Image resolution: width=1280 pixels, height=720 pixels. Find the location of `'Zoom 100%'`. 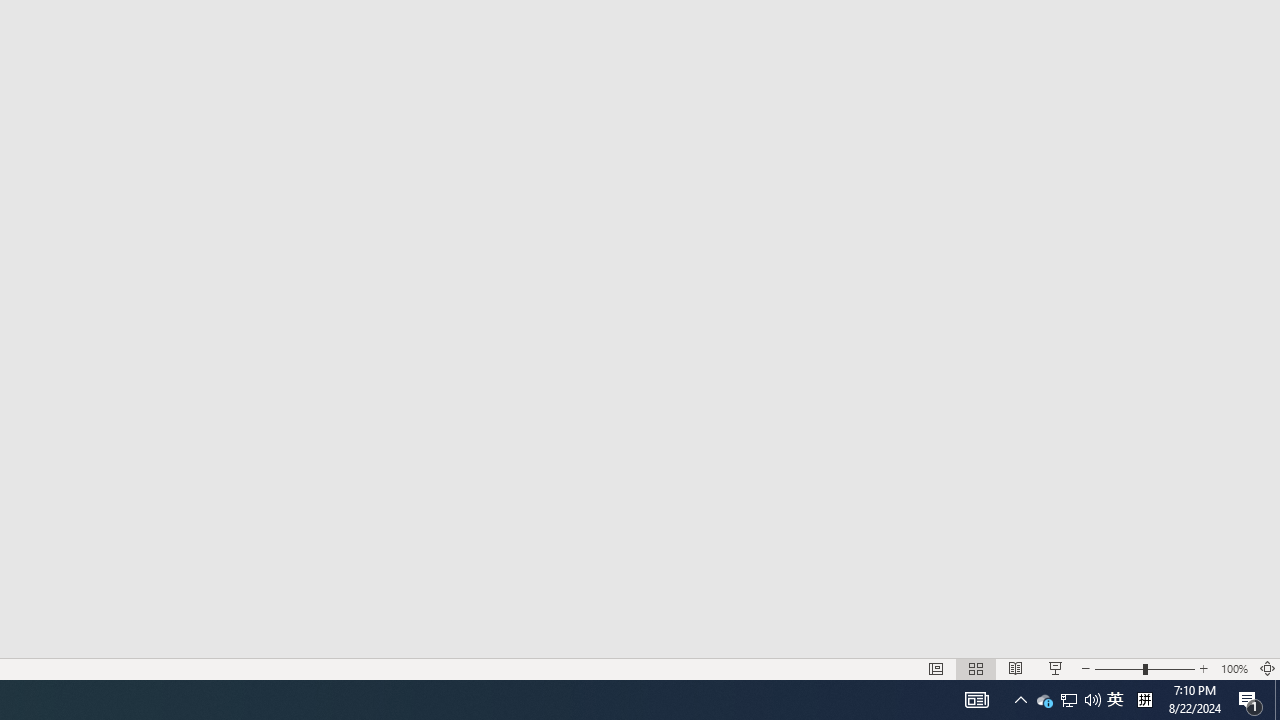

'Zoom 100%' is located at coordinates (1233, 669).